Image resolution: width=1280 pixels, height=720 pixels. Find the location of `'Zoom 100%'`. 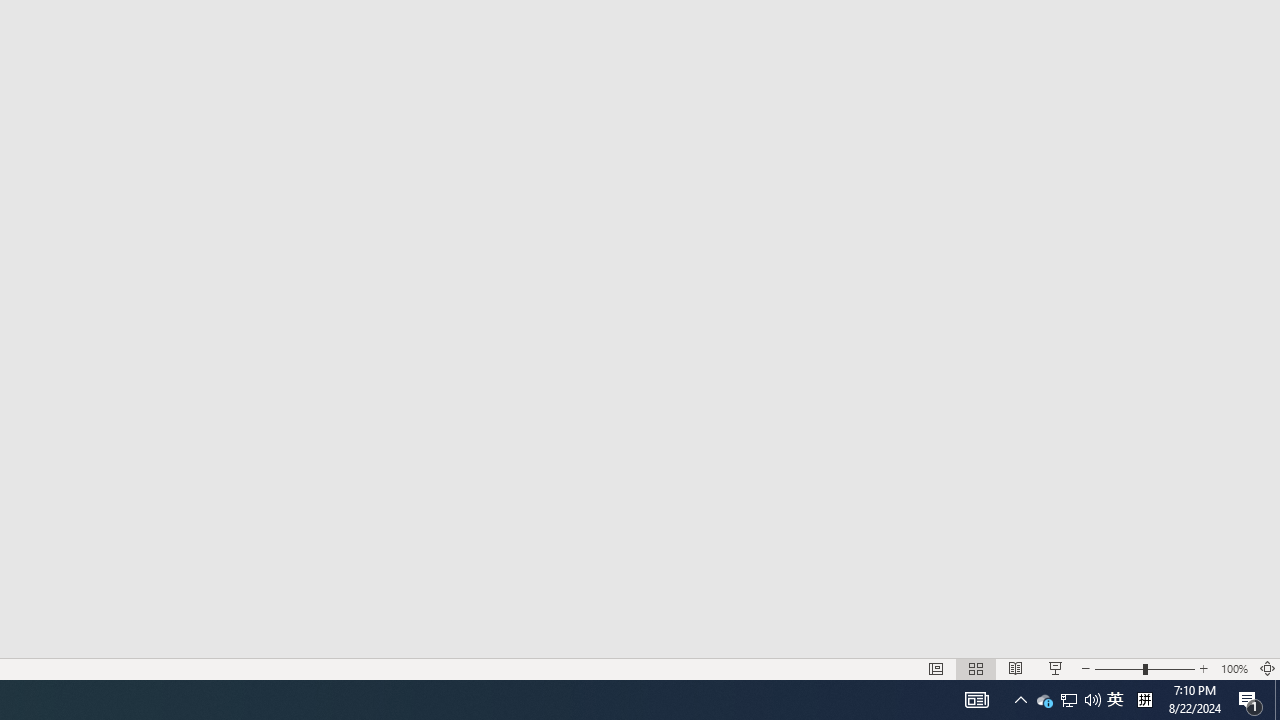

'Zoom 100%' is located at coordinates (1233, 669).